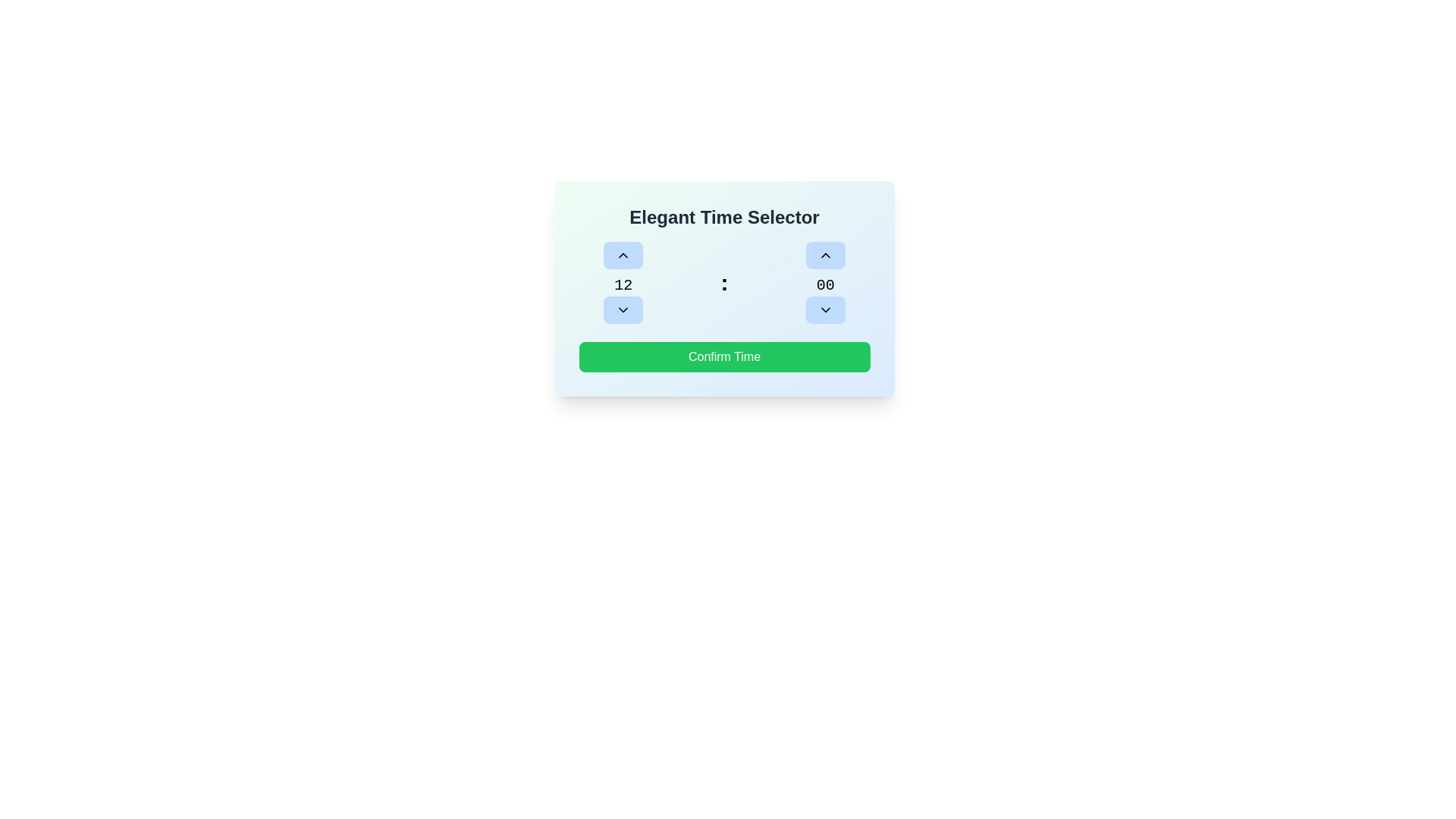  What do you see at coordinates (723, 283) in the screenshot?
I see `the displayed time on the Time Selector Component, which is centrally located below the title 'Elegant Time Selector' and above the 'Confirm Time' button` at bounding box center [723, 283].